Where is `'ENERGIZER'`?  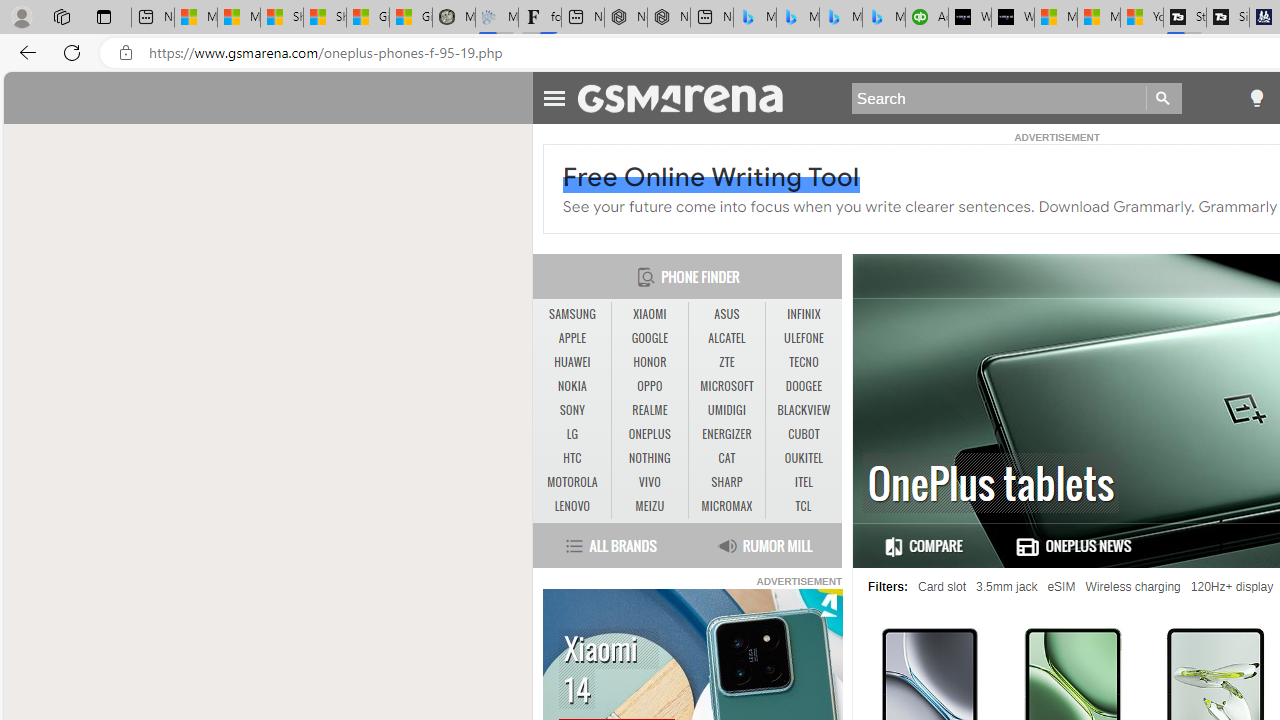 'ENERGIZER' is located at coordinates (726, 433).